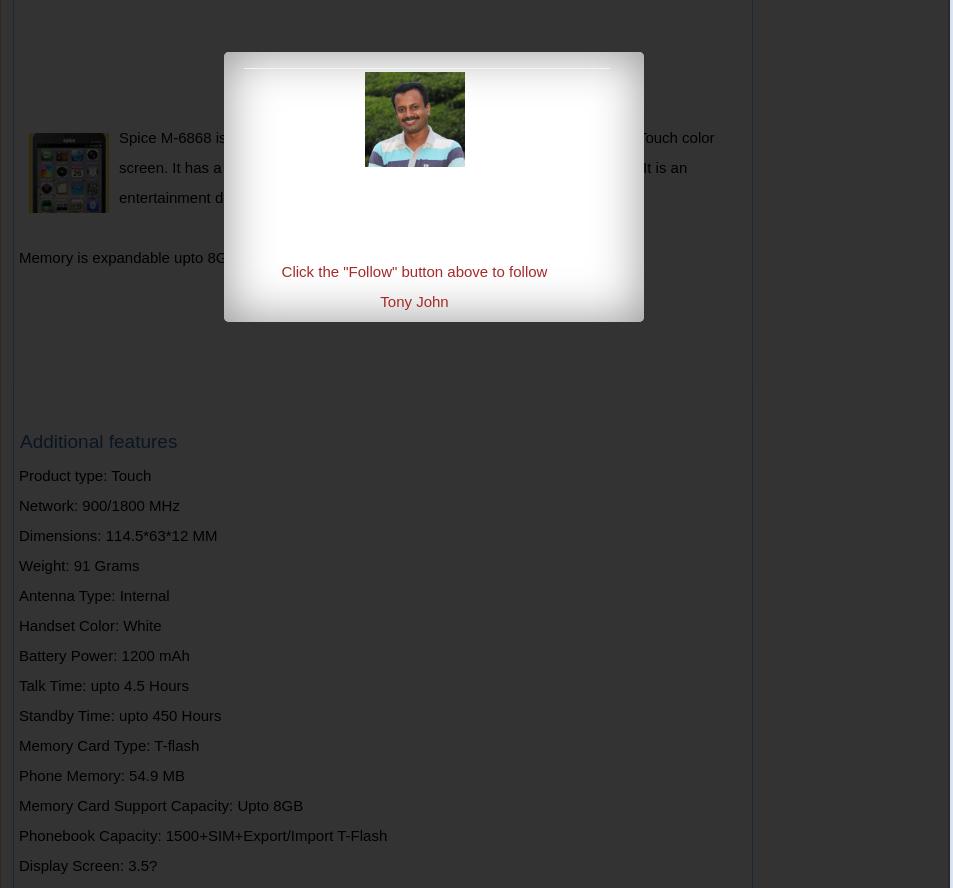  What do you see at coordinates (100, 774) in the screenshot?
I see `'Phone Memory: 54.9 MB'` at bounding box center [100, 774].